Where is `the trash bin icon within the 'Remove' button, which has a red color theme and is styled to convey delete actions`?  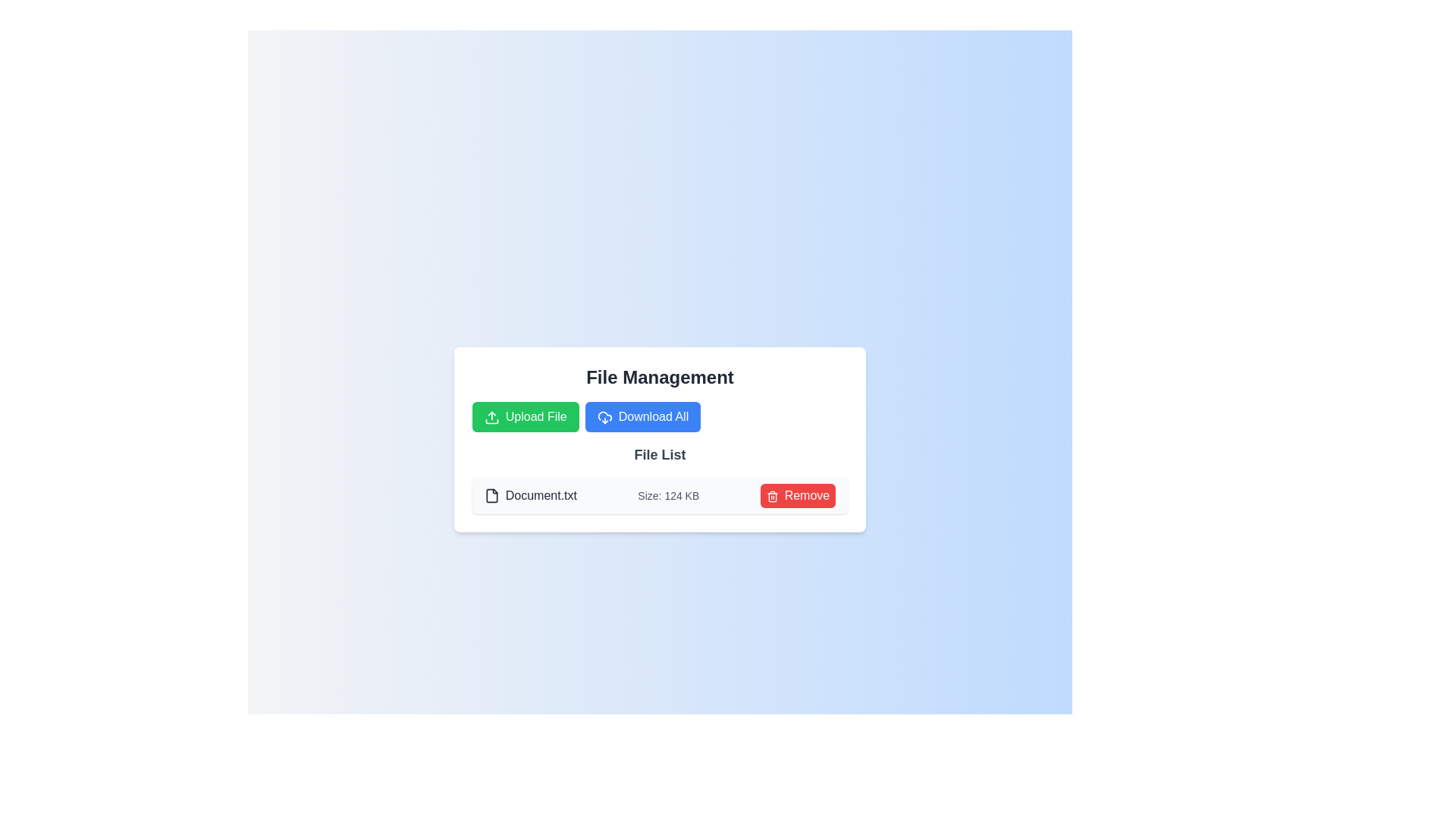 the trash bin icon within the 'Remove' button, which has a red color theme and is styled to convey delete actions is located at coordinates (772, 496).